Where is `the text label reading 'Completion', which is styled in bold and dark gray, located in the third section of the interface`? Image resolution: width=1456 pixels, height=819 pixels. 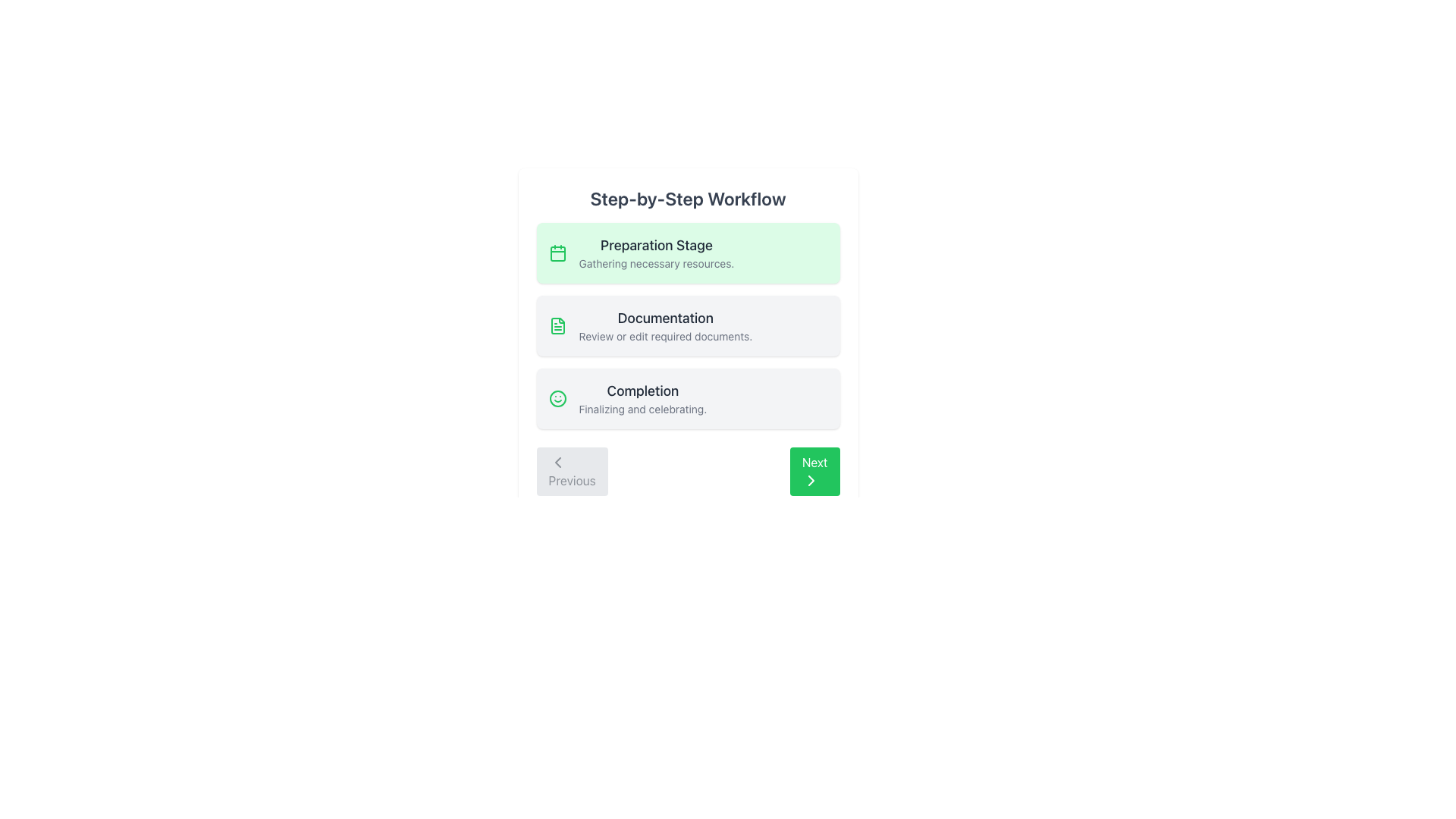
the text label reading 'Completion', which is styled in bold and dark gray, located in the third section of the interface is located at coordinates (642, 391).